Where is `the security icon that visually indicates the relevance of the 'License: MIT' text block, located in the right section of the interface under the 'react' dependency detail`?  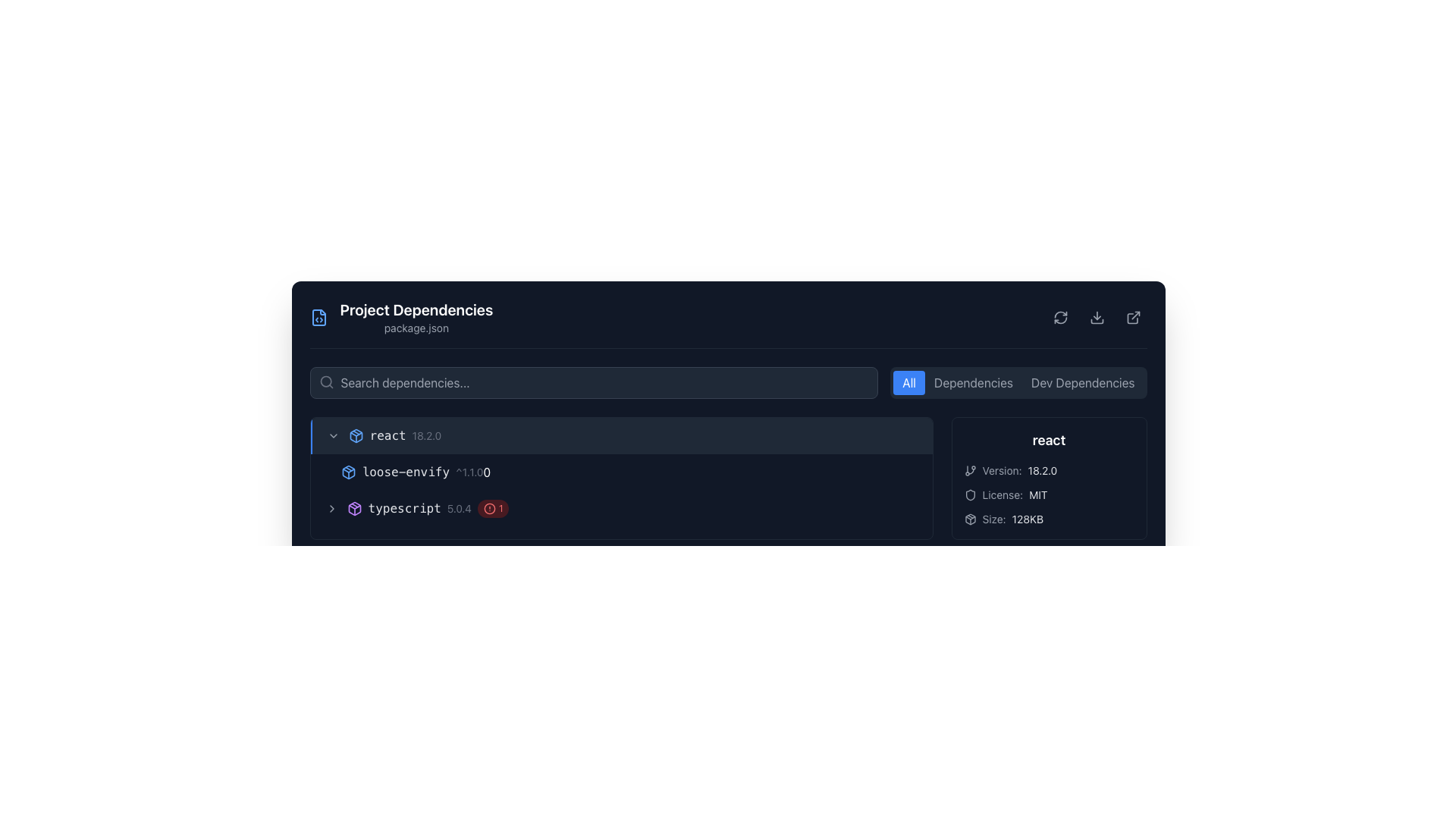
the security icon that visually indicates the relevance of the 'License: MIT' text block, located in the right section of the interface under the 'react' dependency detail is located at coordinates (969, 494).